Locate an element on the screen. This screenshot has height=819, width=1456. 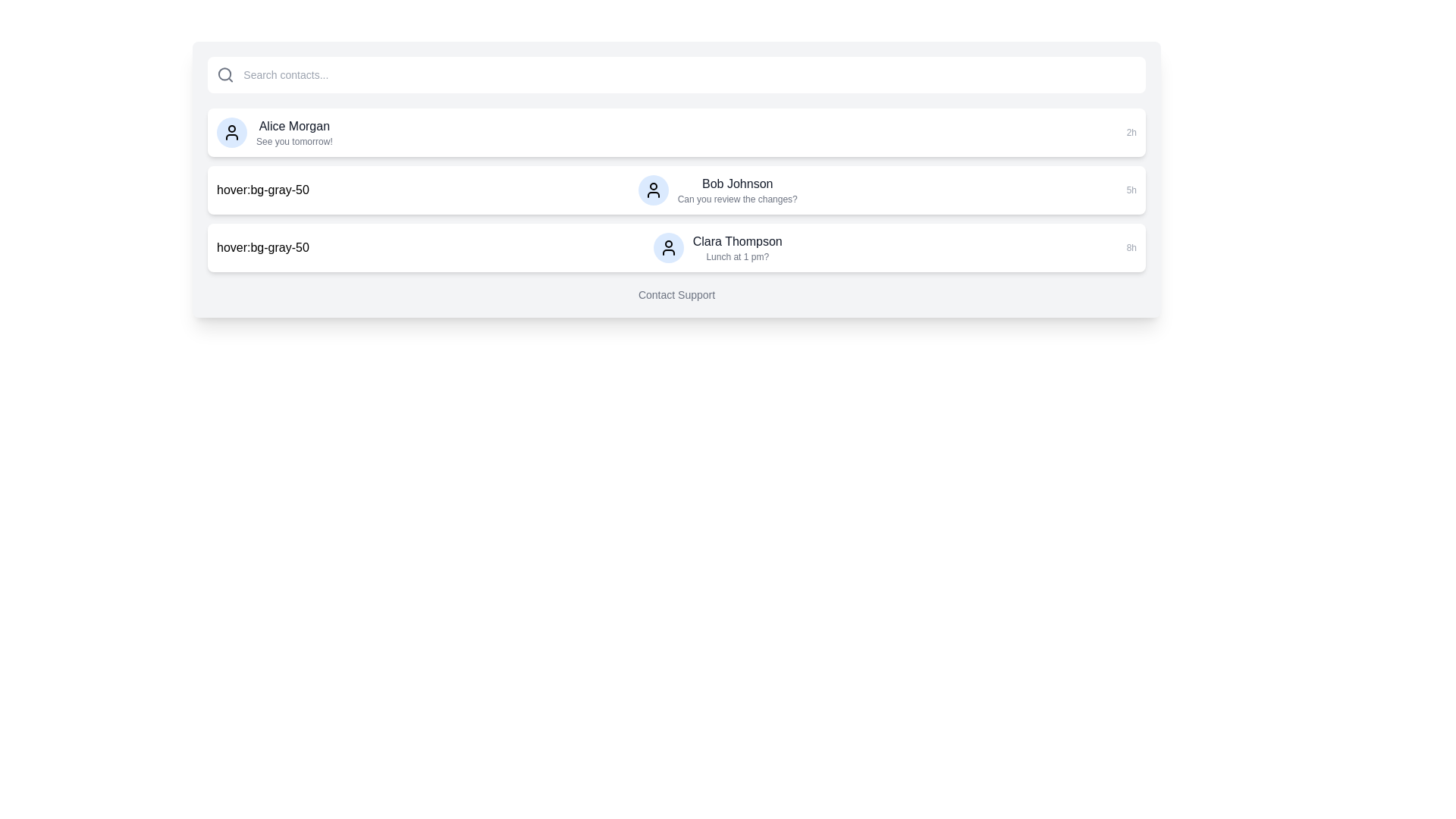
supplementary information text located directly below the title 'Bob Johnson' in the second entry of the vertical list is located at coordinates (737, 198).